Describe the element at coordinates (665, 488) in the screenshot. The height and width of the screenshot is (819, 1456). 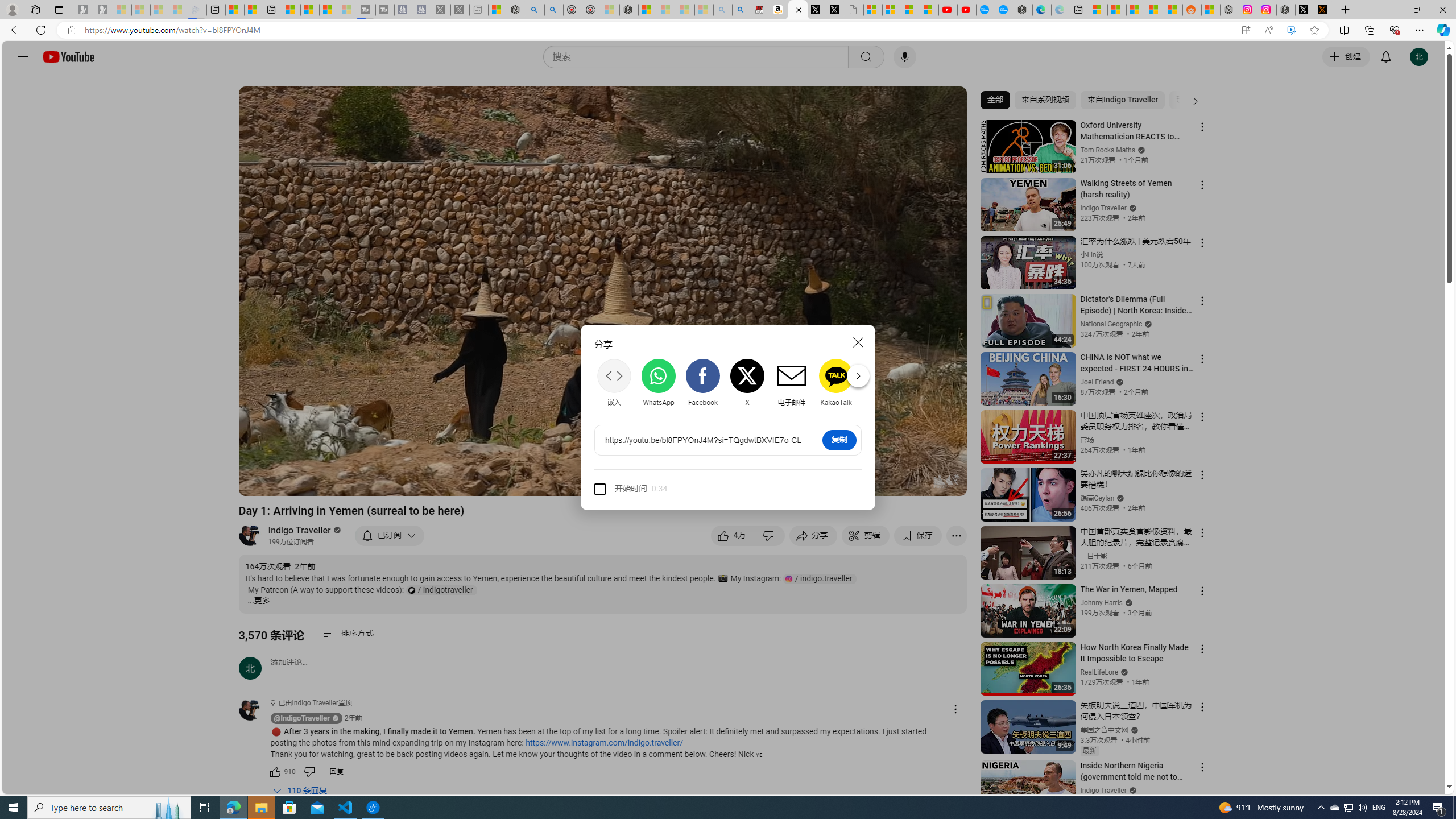
I see `'Class: style-scope tp-yt-paper-input'` at that location.